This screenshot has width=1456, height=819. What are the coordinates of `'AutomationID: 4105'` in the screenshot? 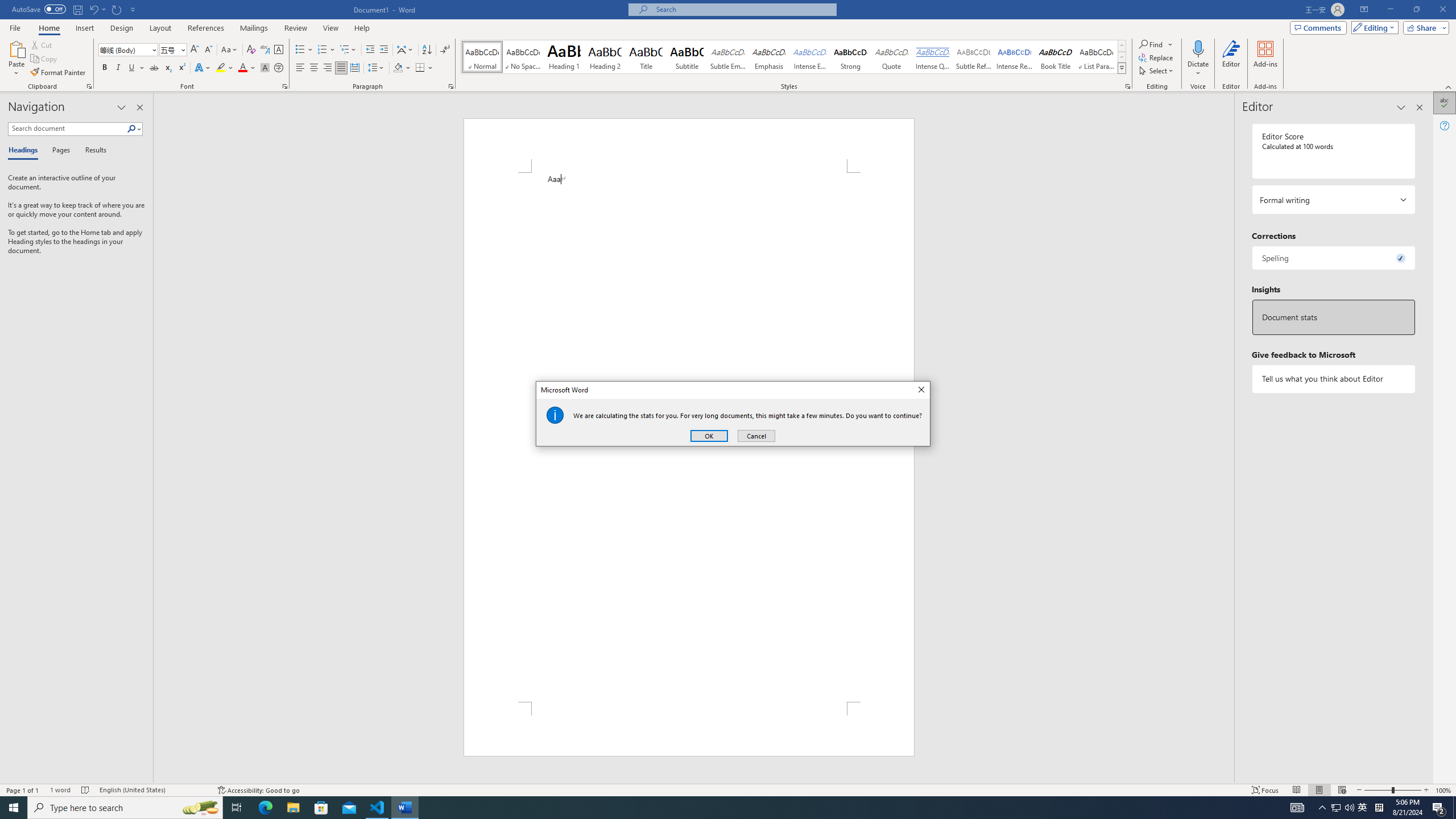 It's located at (1349, 806).